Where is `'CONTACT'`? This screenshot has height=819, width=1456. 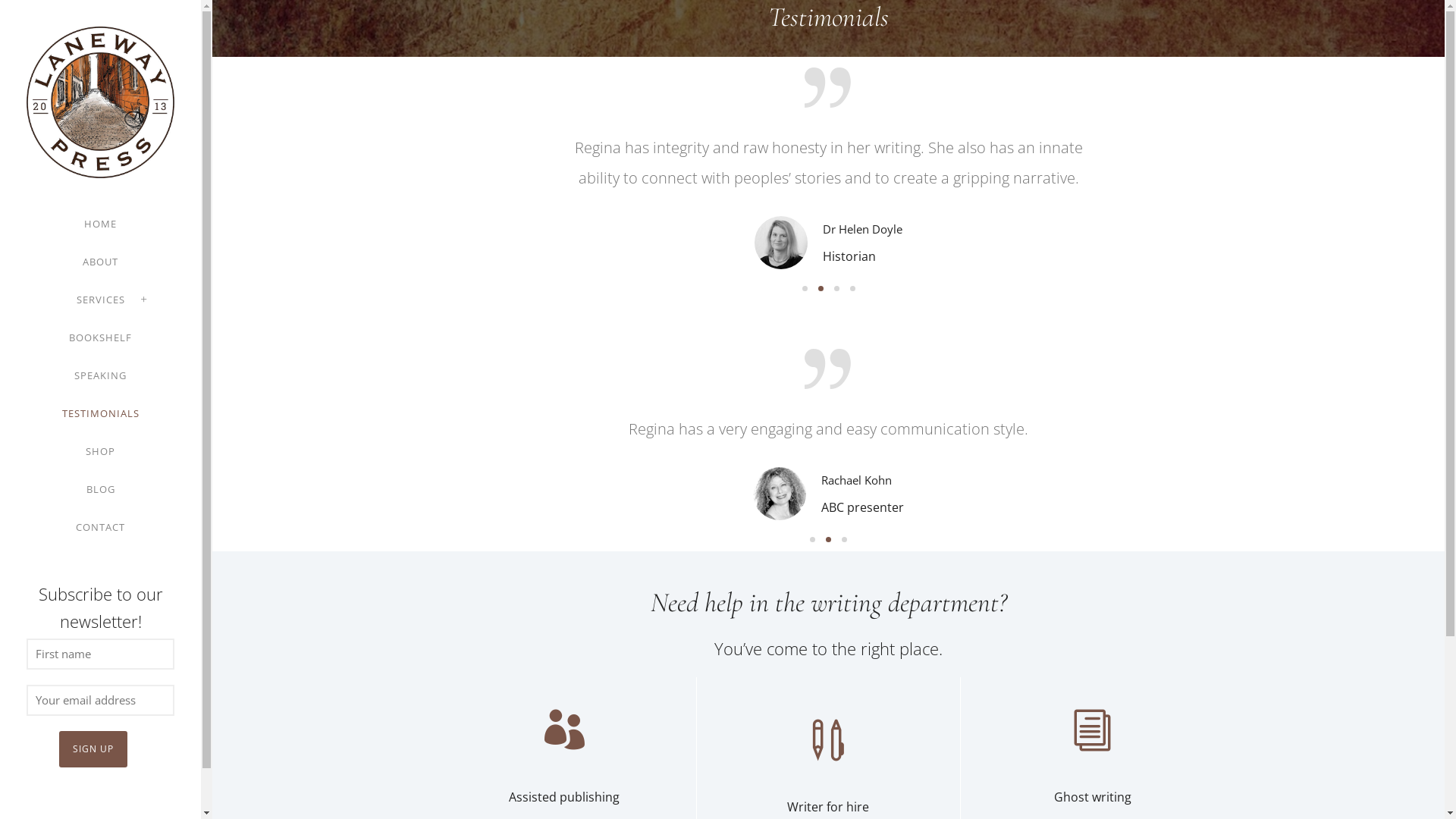
'CONTACT' is located at coordinates (99, 526).